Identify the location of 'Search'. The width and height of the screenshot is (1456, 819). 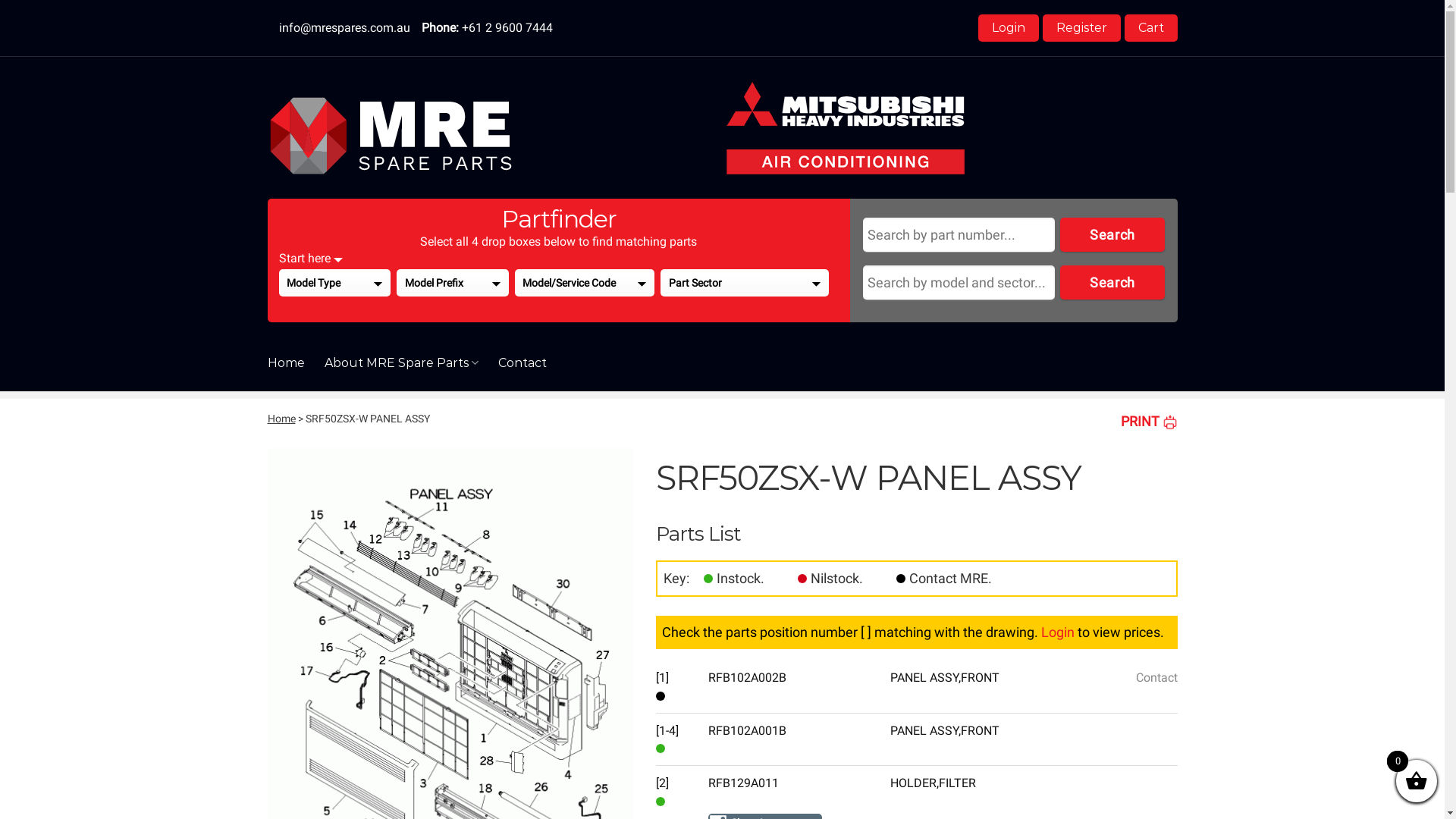
(1112, 234).